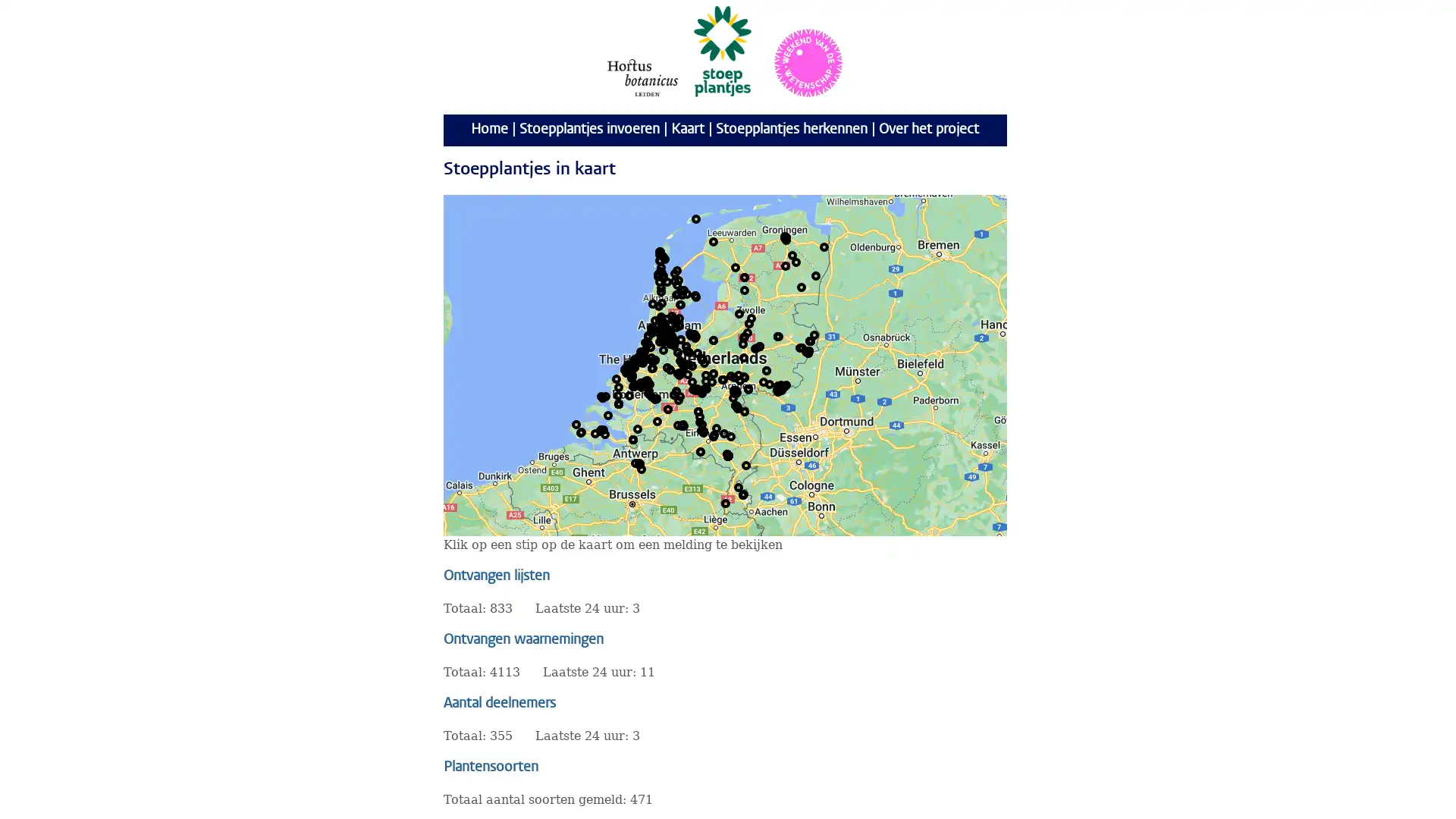  Describe the element at coordinates (702, 432) in the screenshot. I see `Telling van Kitty op 16 oktober 2021` at that location.